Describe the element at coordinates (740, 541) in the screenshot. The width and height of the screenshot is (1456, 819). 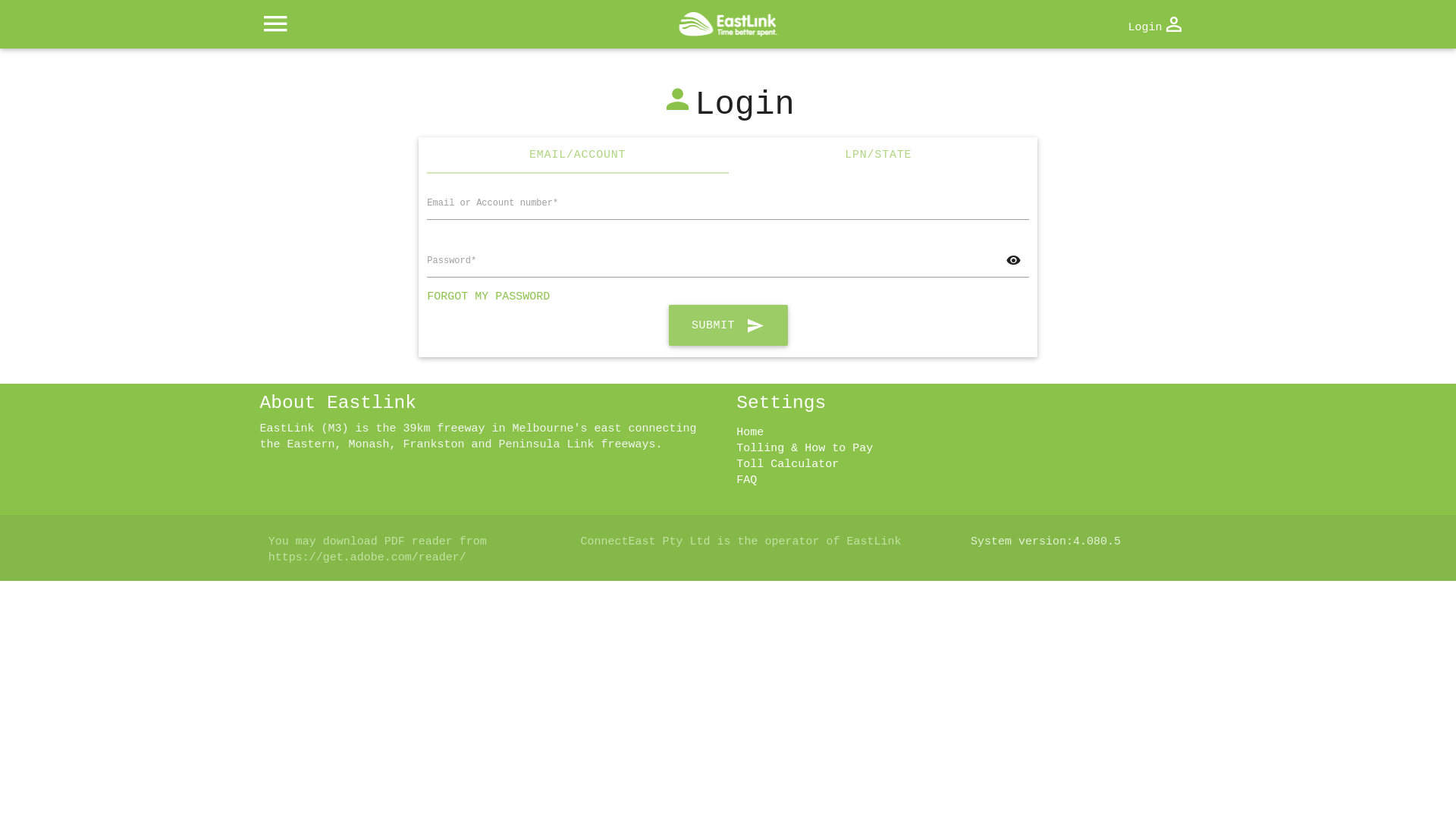
I see `'ConnectEast Pty Ltd is the operator of EastLink'` at that location.